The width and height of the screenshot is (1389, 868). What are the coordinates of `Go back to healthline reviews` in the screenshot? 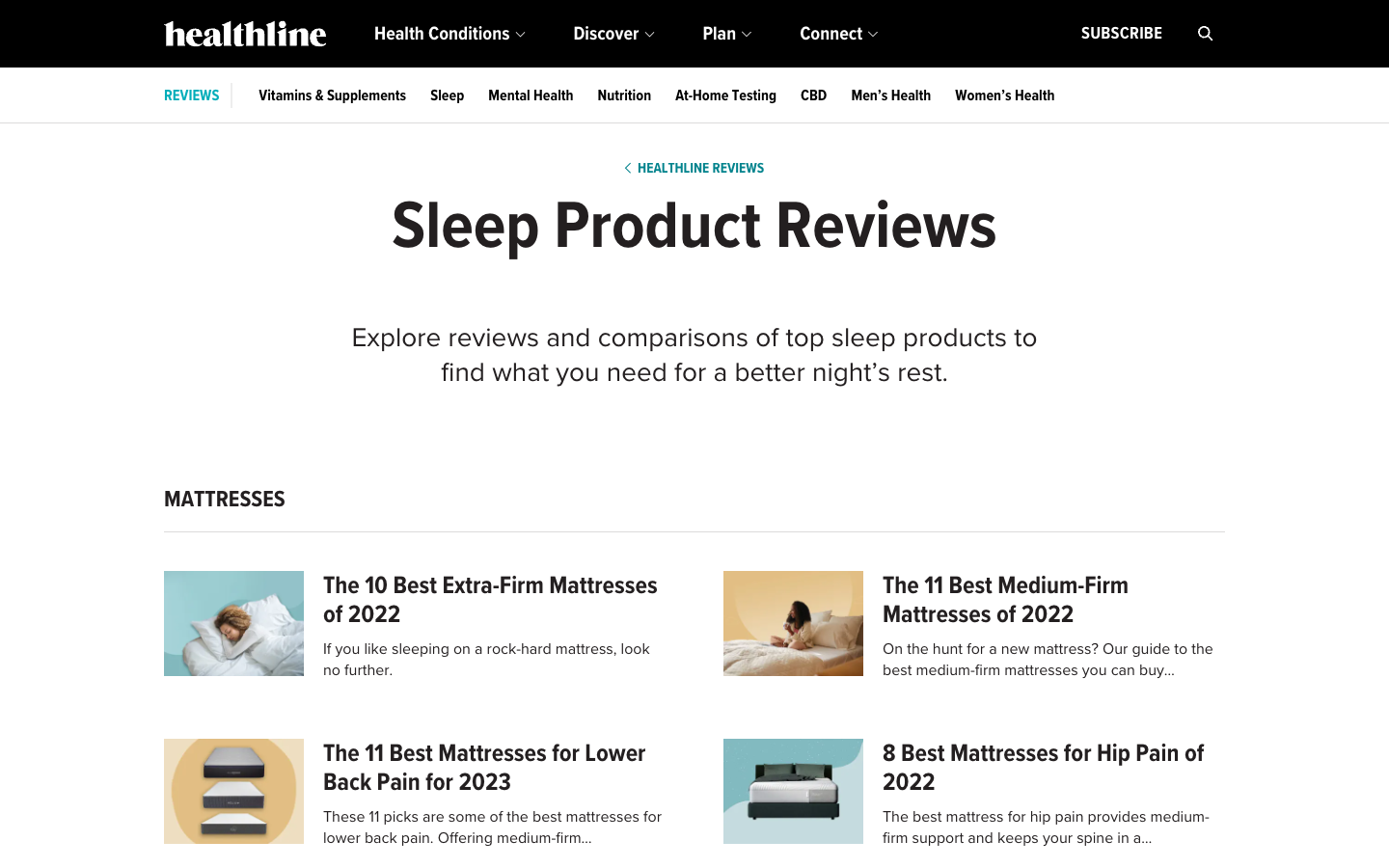 It's located at (694, 168).